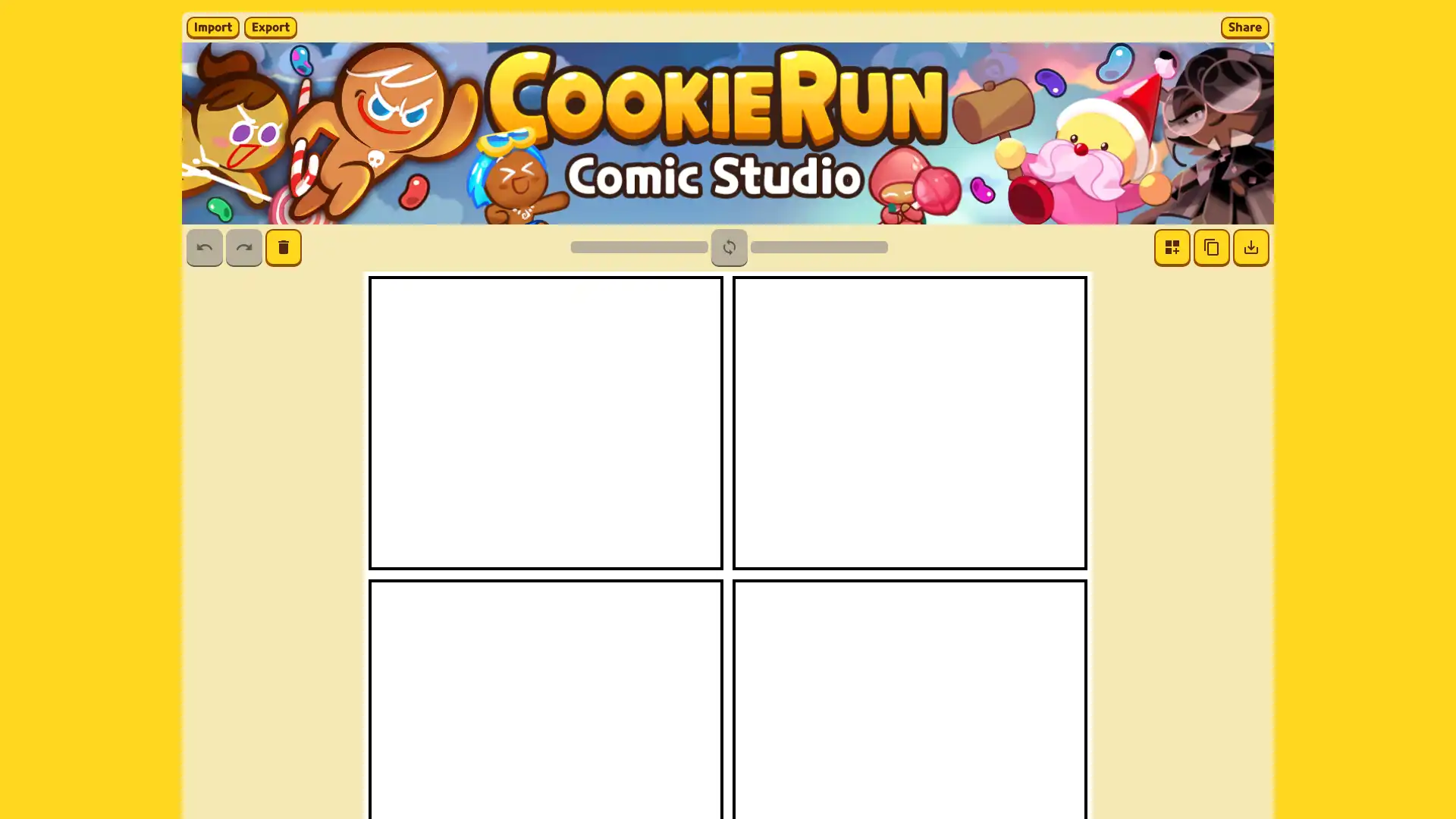  I want to click on undo, so click(203, 246).